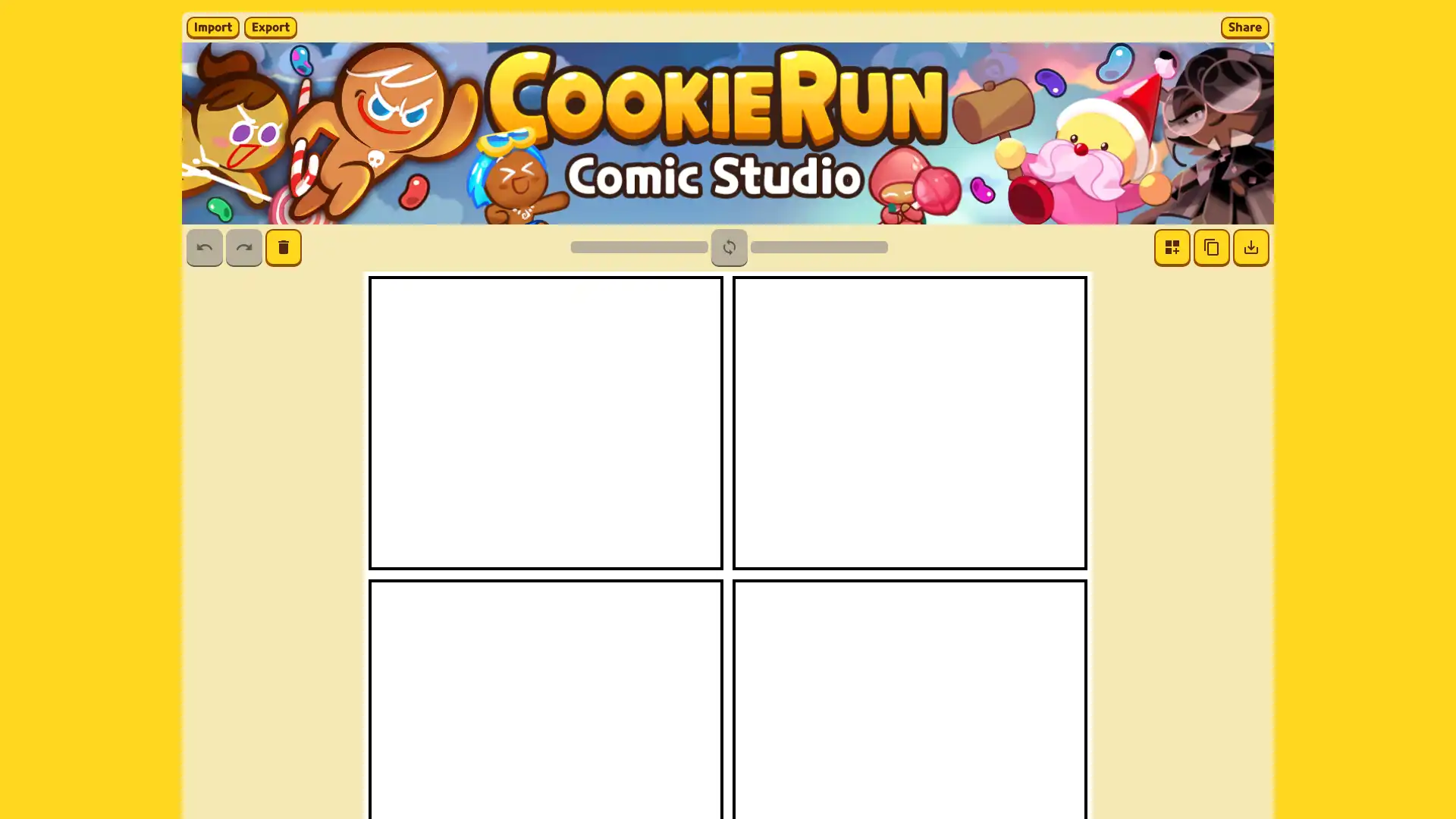  I want to click on undo, so click(203, 246).